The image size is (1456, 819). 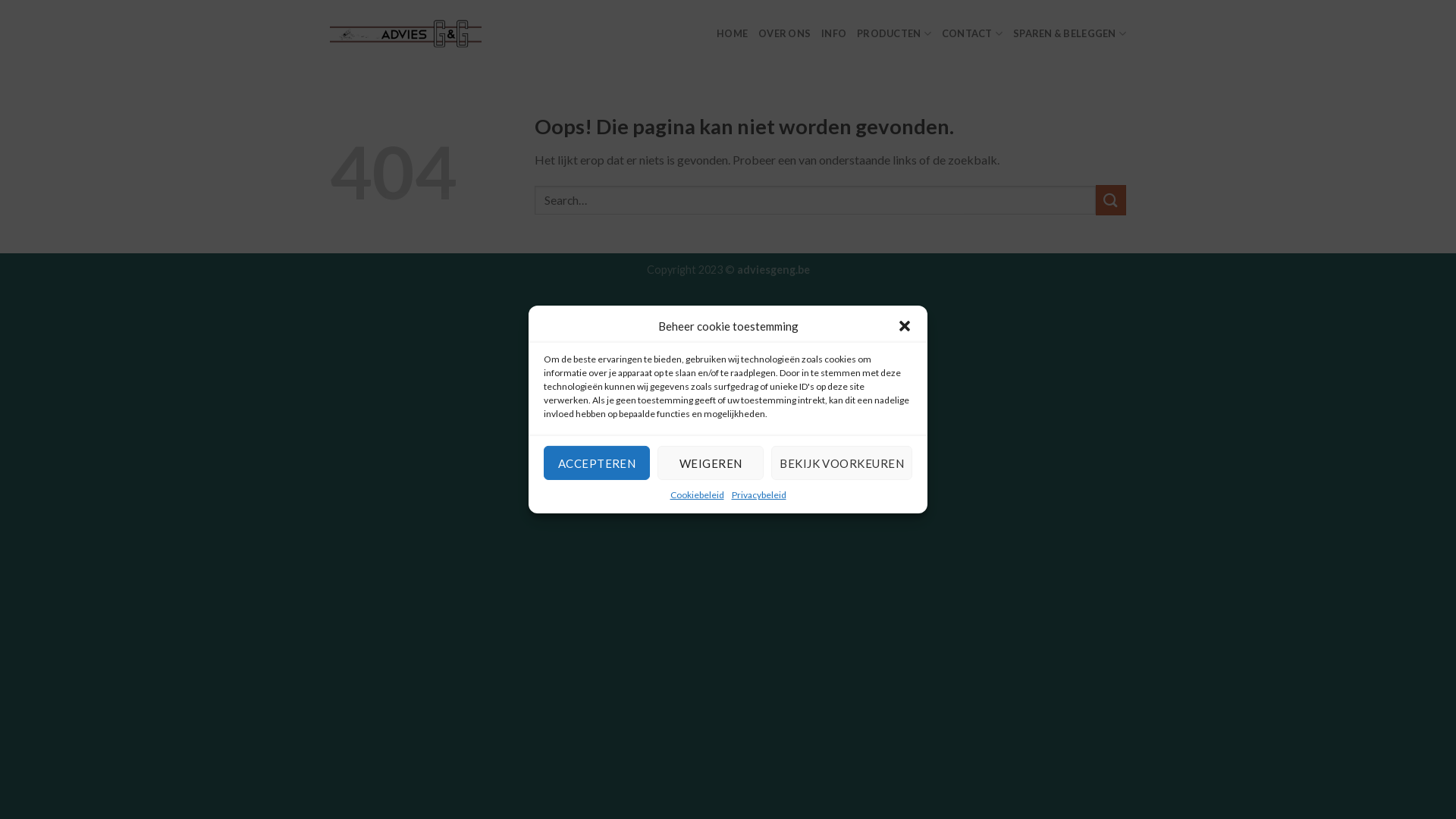 What do you see at coordinates (840, 462) in the screenshot?
I see `'BEKIJK VOORKEUREN'` at bounding box center [840, 462].